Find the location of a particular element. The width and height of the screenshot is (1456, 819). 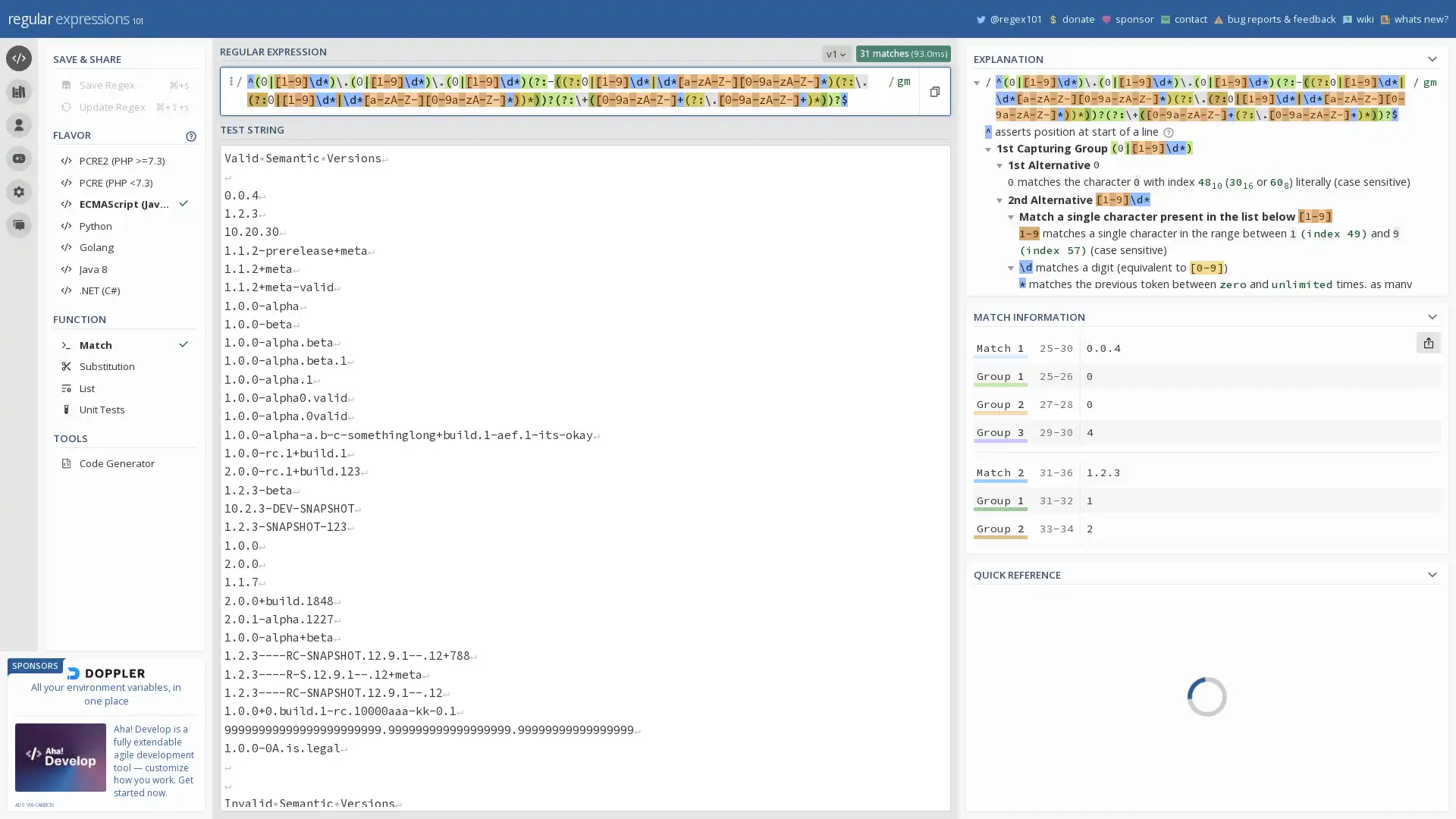

Character Classes is located at coordinates (1044, 780).